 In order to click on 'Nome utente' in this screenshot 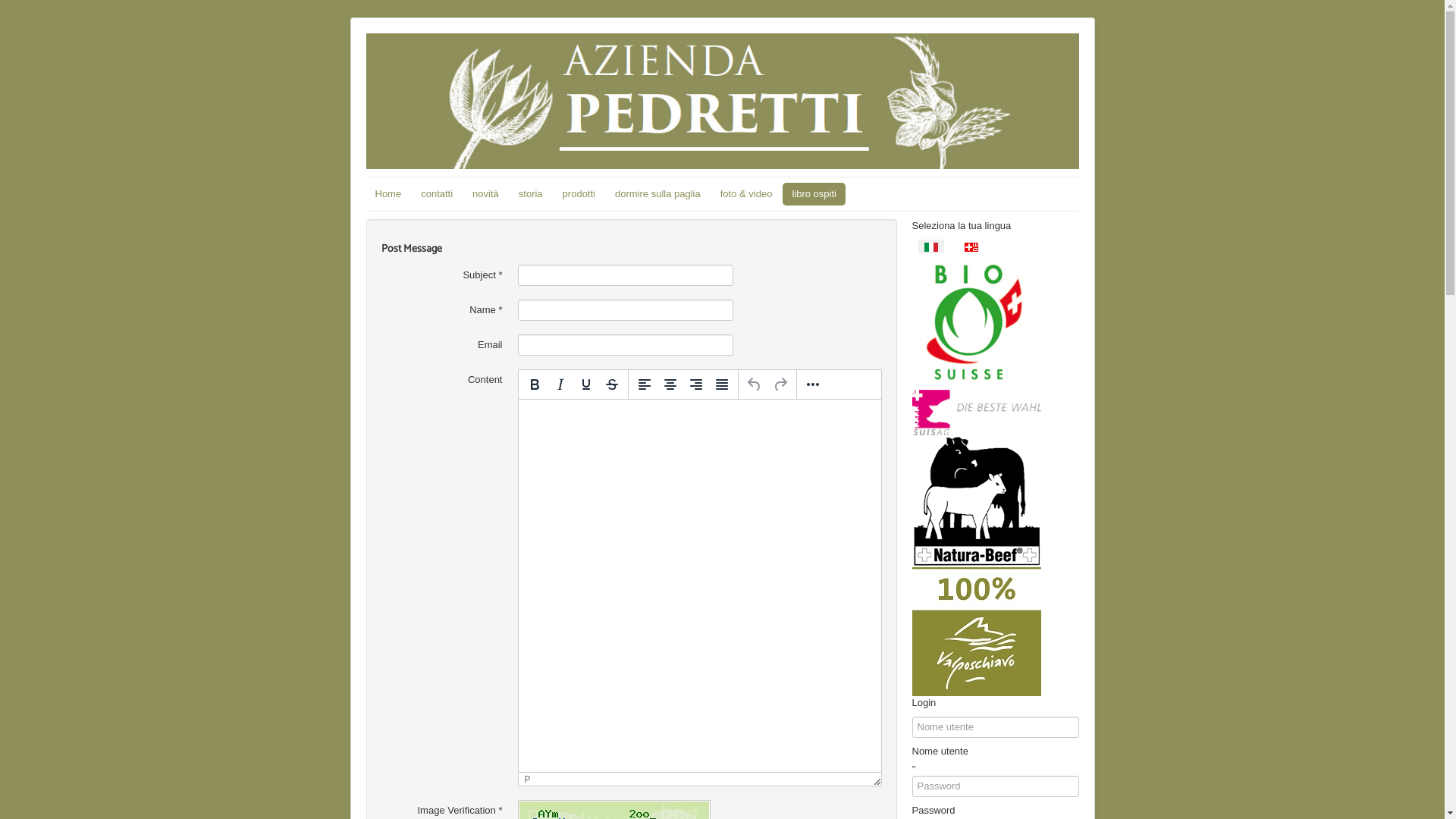, I will do `click(917, 768)`.